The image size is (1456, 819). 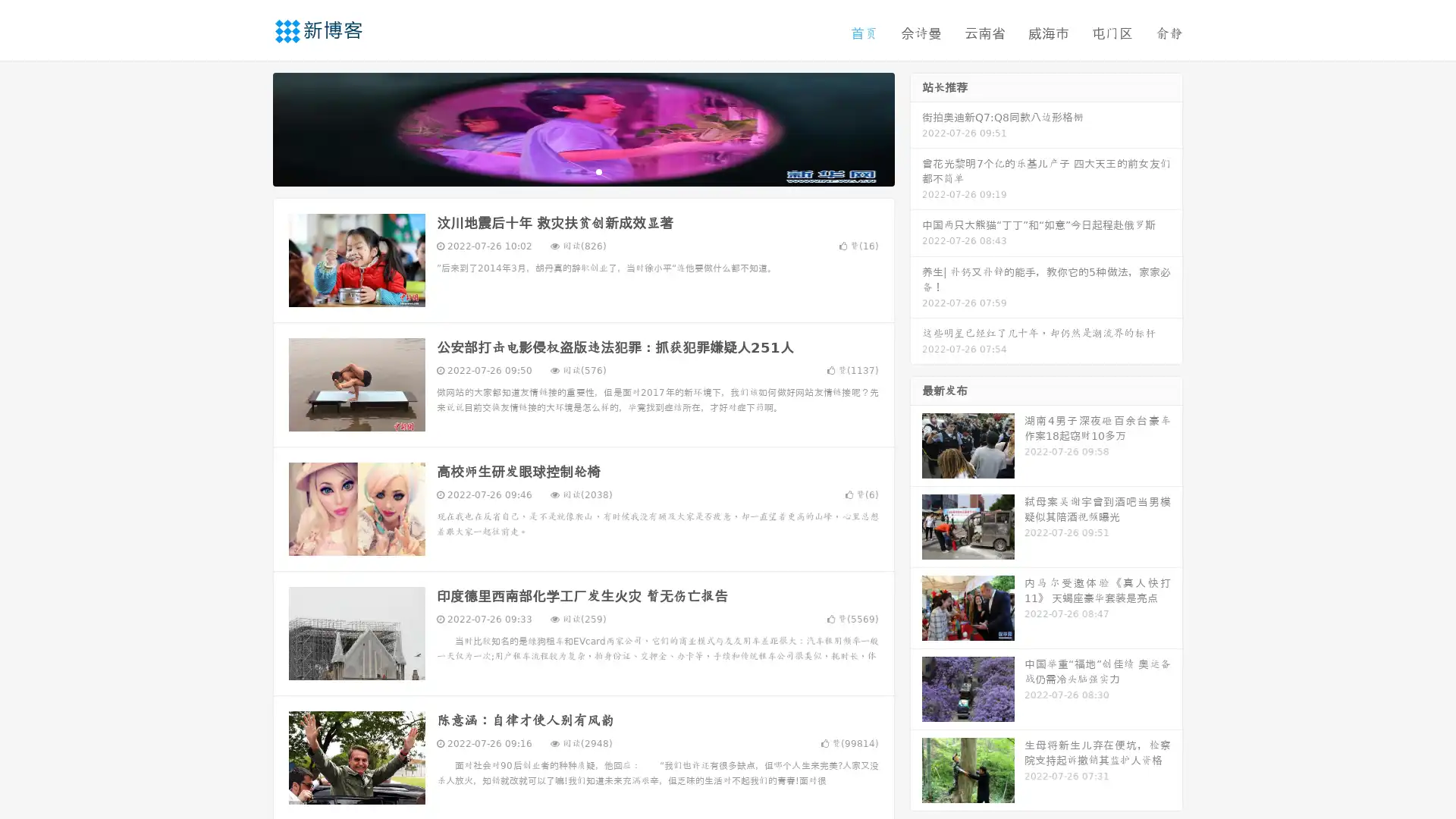 What do you see at coordinates (567, 171) in the screenshot?
I see `Go to slide 1` at bounding box center [567, 171].